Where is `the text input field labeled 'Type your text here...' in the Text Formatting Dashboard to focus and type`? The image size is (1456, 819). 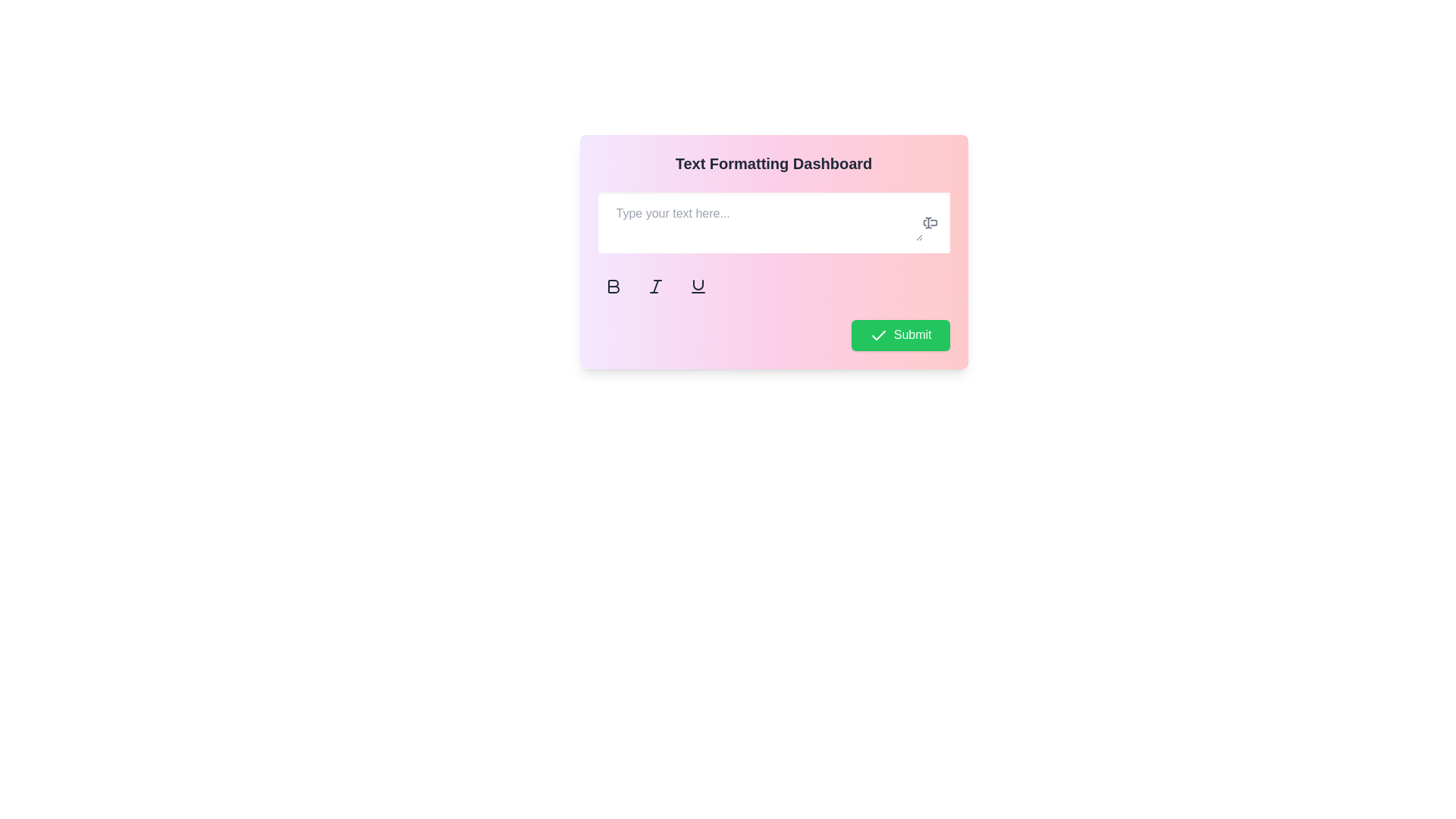
the text input field labeled 'Type your text here...' in the Text Formatting Dashboard to focus and type is located at coordinates (773, 251).